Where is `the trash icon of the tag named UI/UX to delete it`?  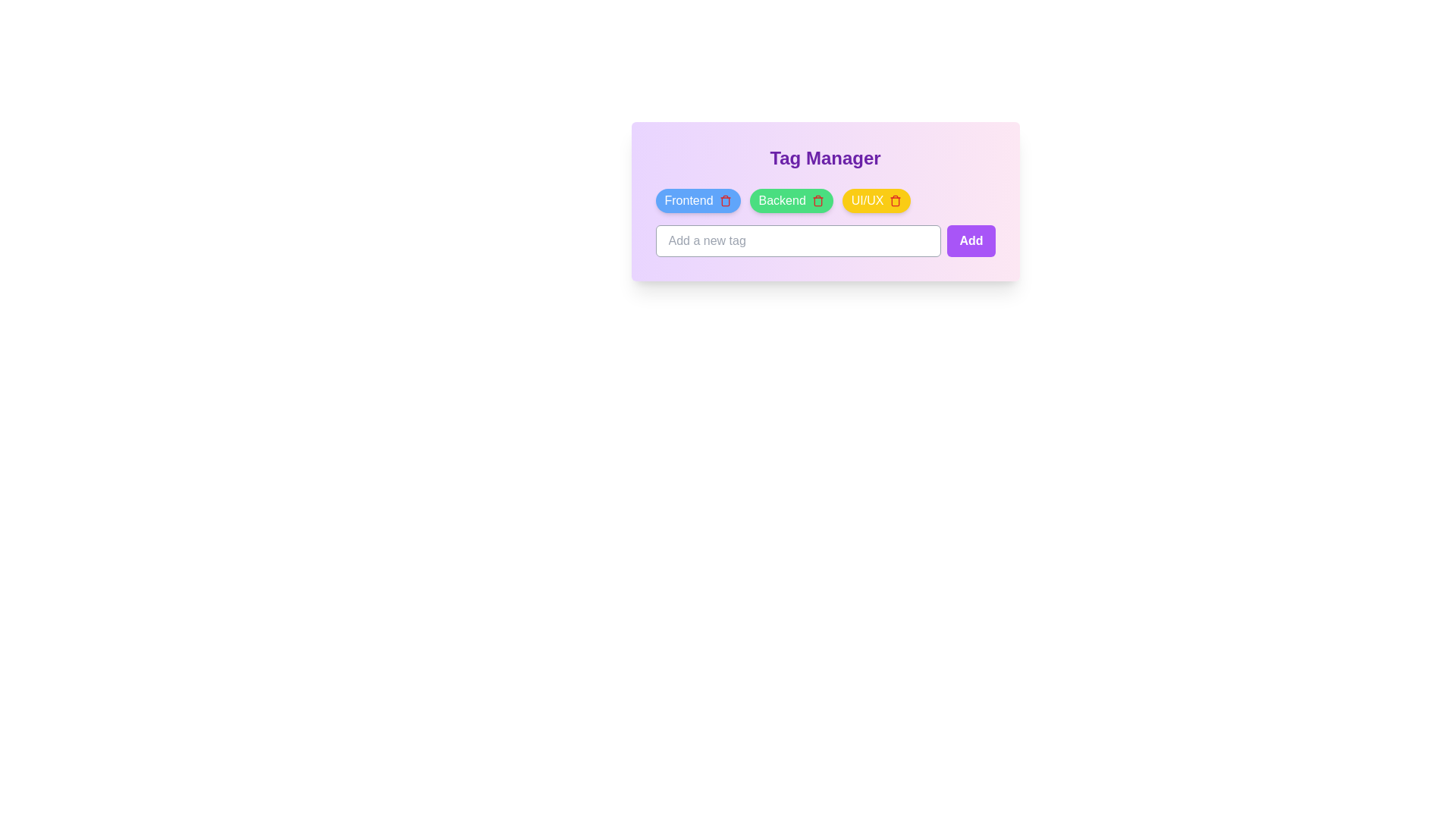
the trash icon of the tag named UI/UX to delete it is located at coordinates (896, 200).